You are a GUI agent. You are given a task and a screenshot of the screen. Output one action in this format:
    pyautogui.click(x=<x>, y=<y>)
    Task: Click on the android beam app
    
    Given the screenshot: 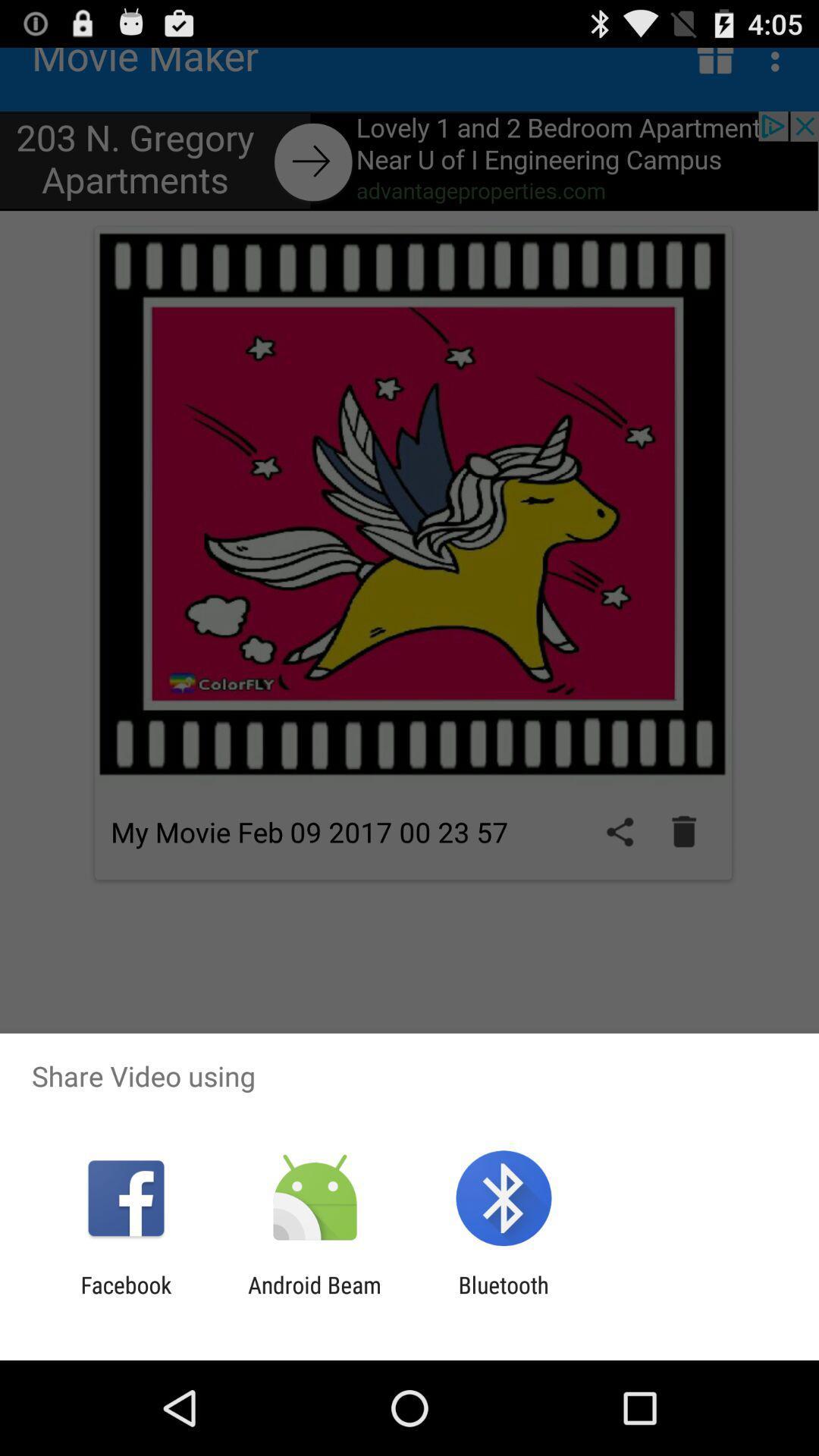 What is the action you would take?
    pyautogui.click(x=314, y=1298)
    